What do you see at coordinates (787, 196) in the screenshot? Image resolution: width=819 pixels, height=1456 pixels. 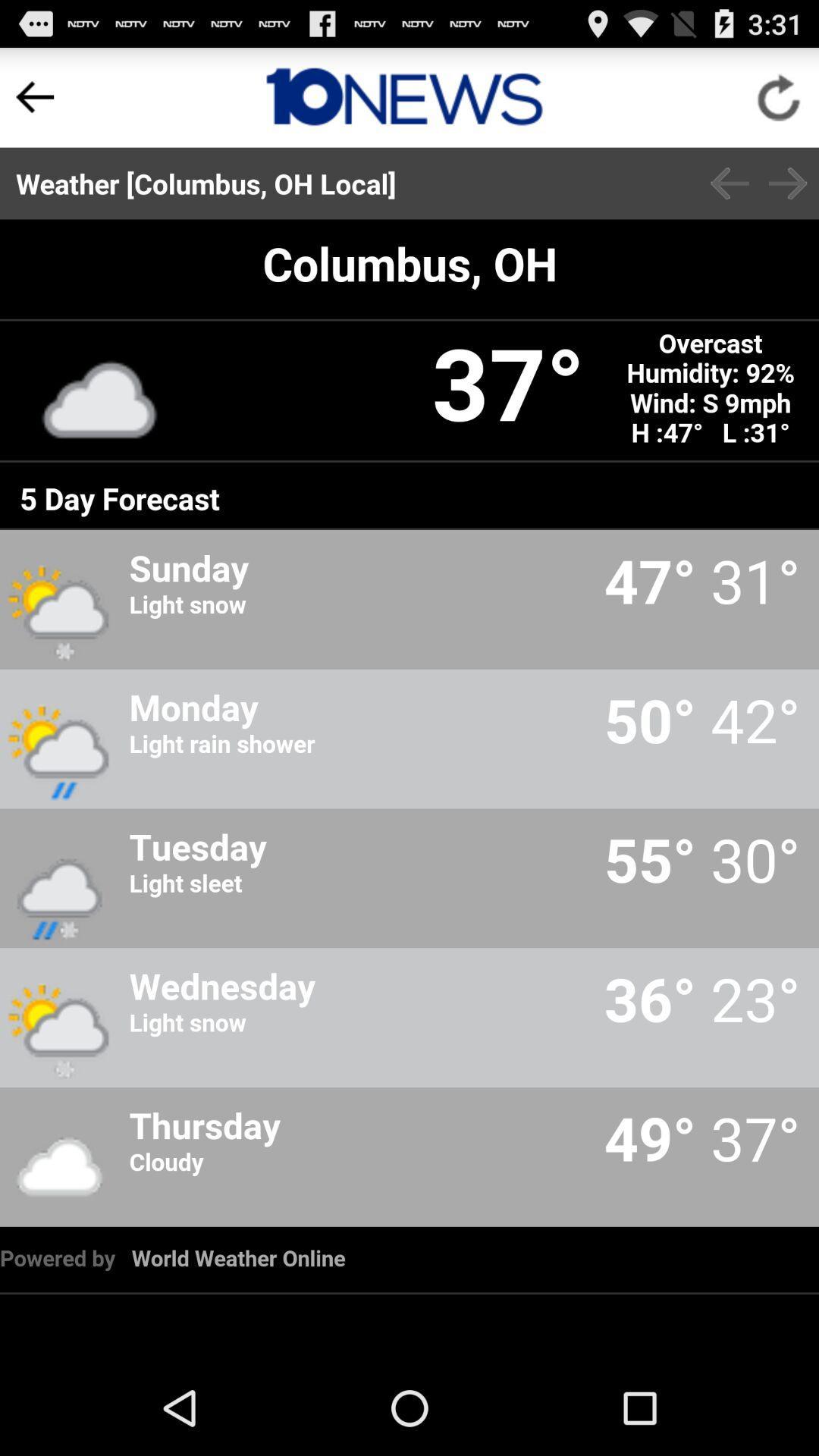 I see `the arrow_forward icon` at bounding box center [787, 196].